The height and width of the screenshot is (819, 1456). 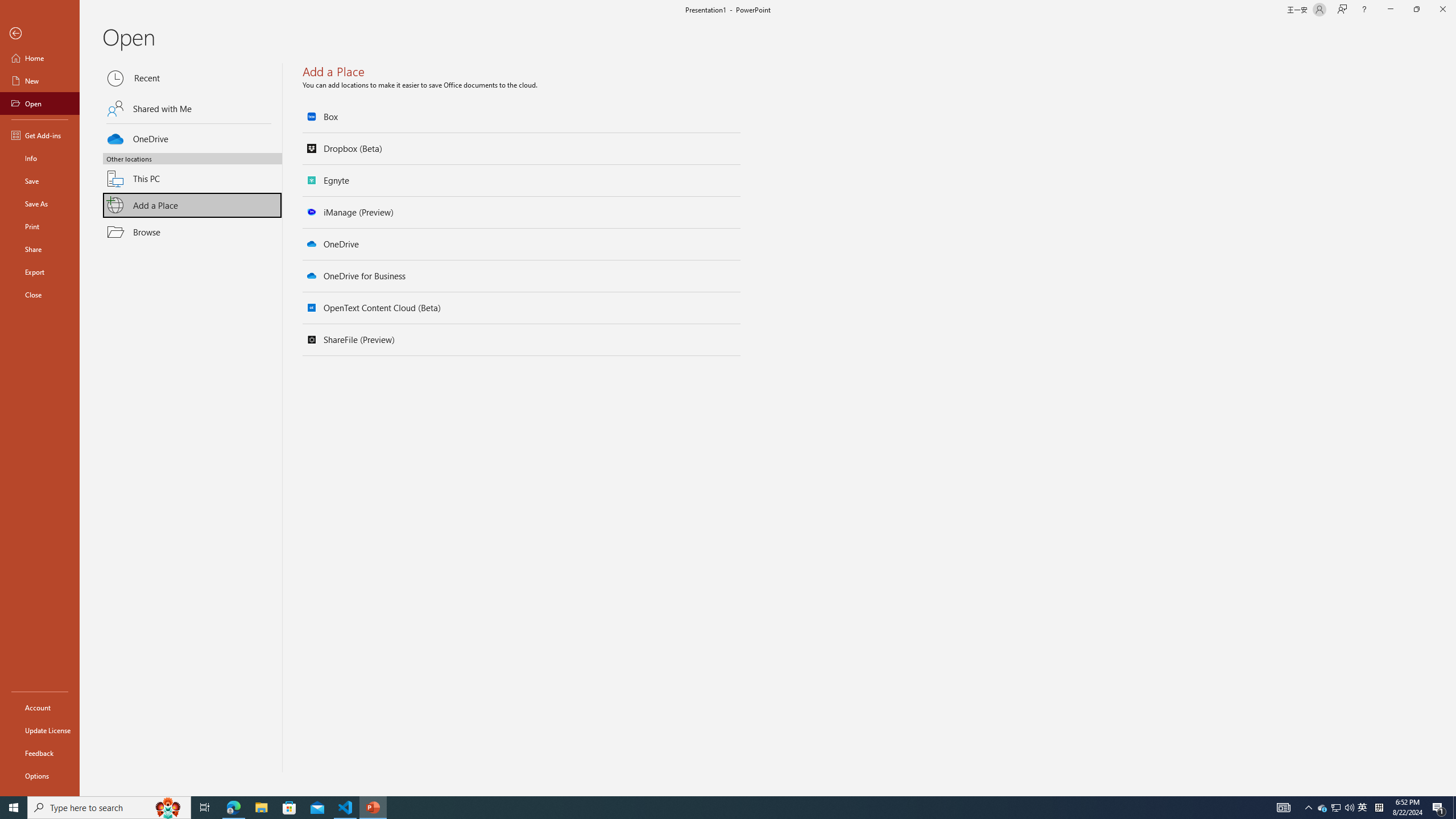 I want to click on 'Export', so click(x=39, y=272).